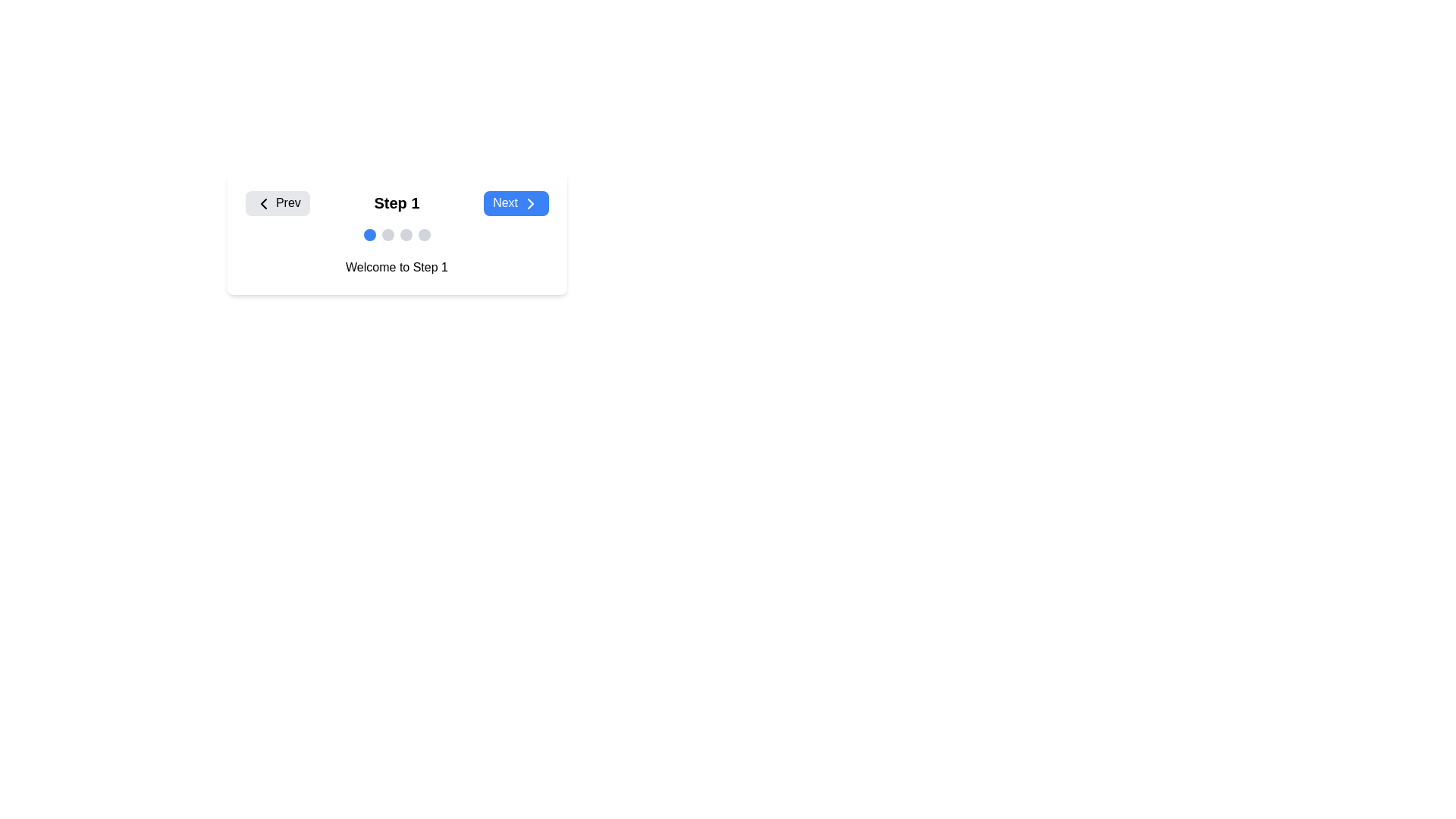  Describe the element at coordinates (397, 202) in the screenshot. I see `the 'Step 1' text label, which is bold and larger than surrounding text` at that location.